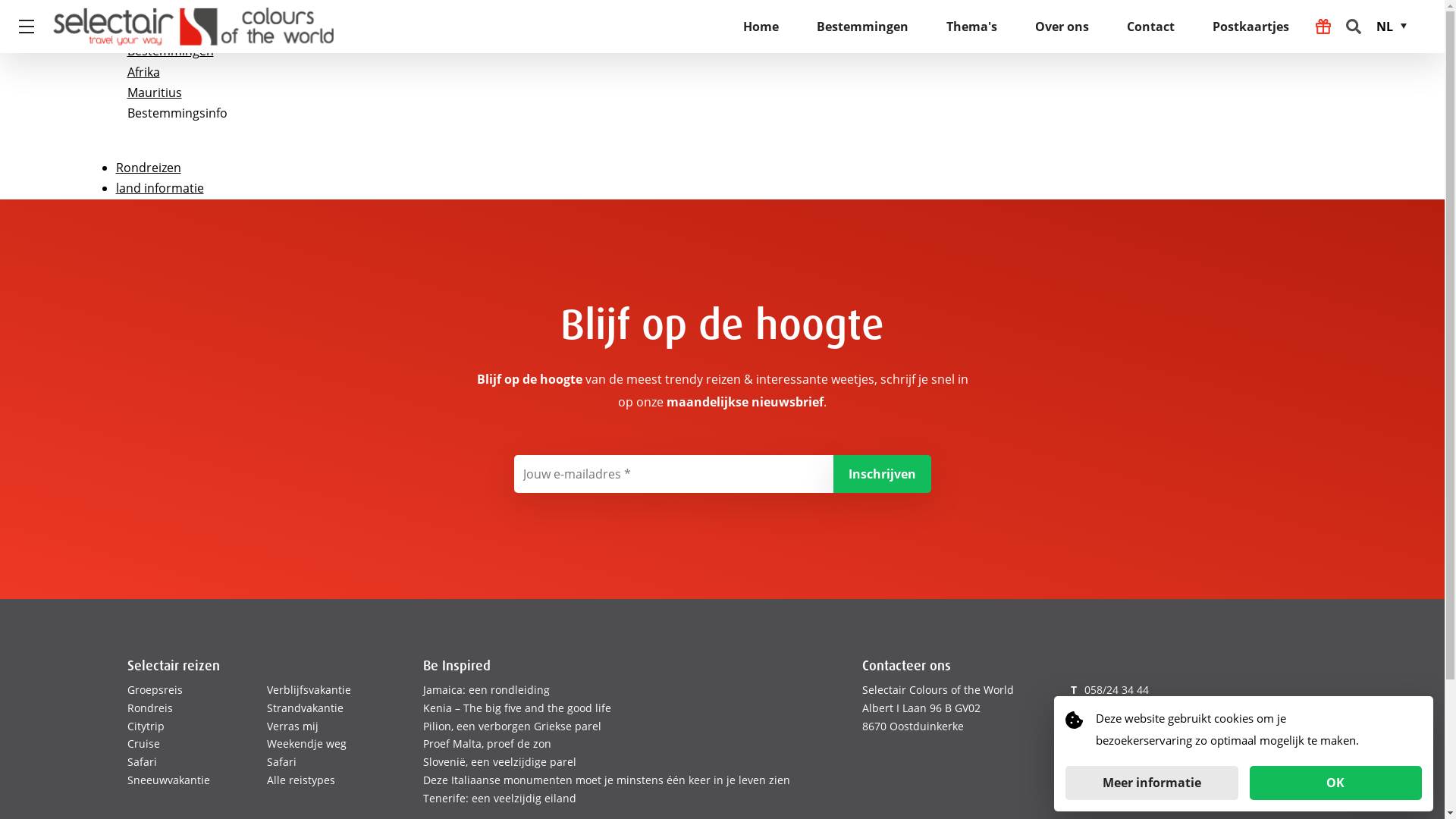 This screenshot has width=1456, height=819. What do you see at coordinates (308, 689) in the screenshot?
I see `'Verblijfsvakantie'` at bounding box center [308, 689].